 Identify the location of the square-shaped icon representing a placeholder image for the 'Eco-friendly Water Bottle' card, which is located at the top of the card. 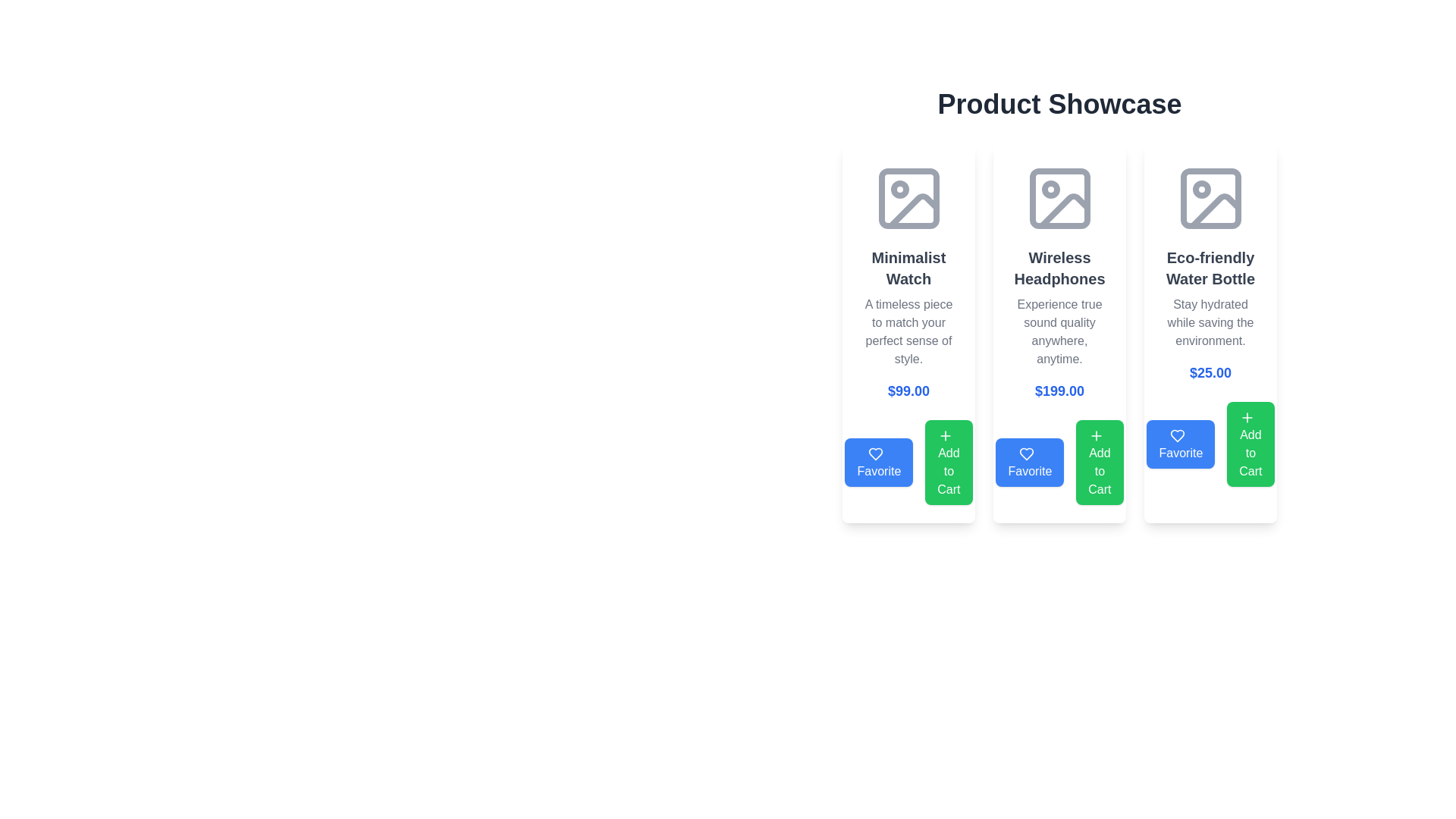
(1210, 198).